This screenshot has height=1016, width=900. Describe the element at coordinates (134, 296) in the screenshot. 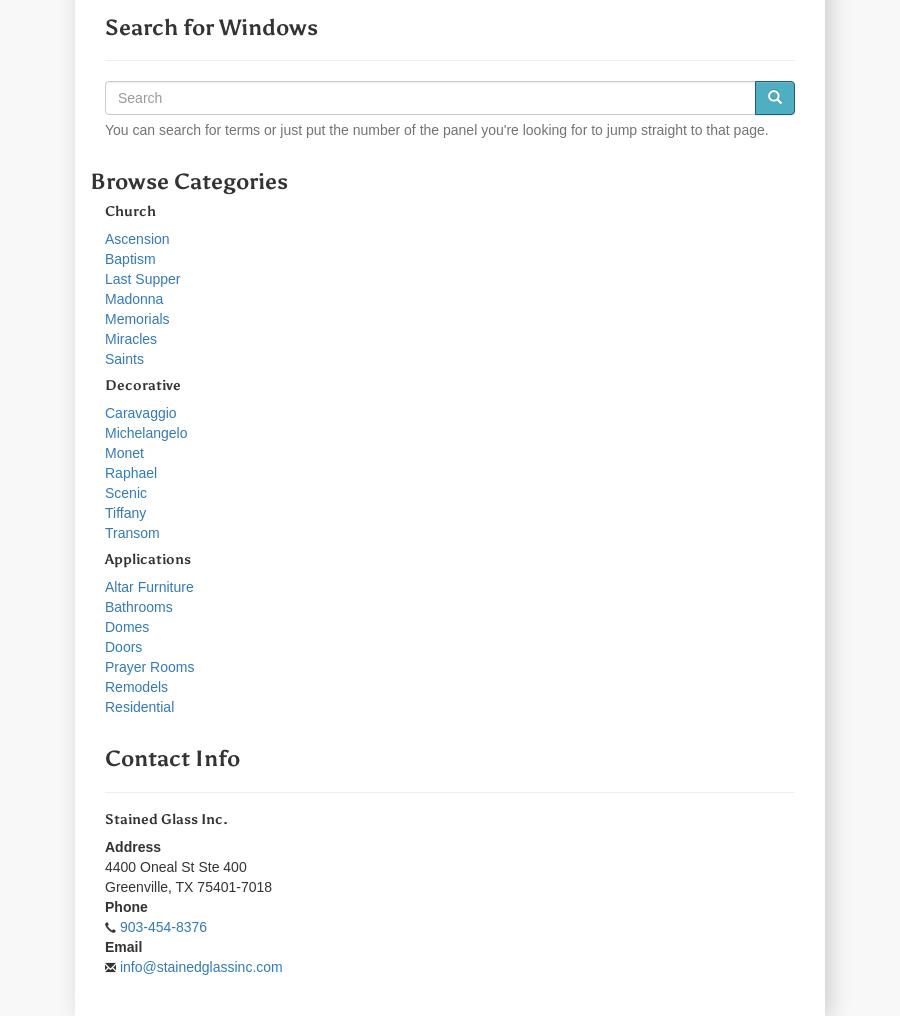

I see `'Madonna'` at that location.